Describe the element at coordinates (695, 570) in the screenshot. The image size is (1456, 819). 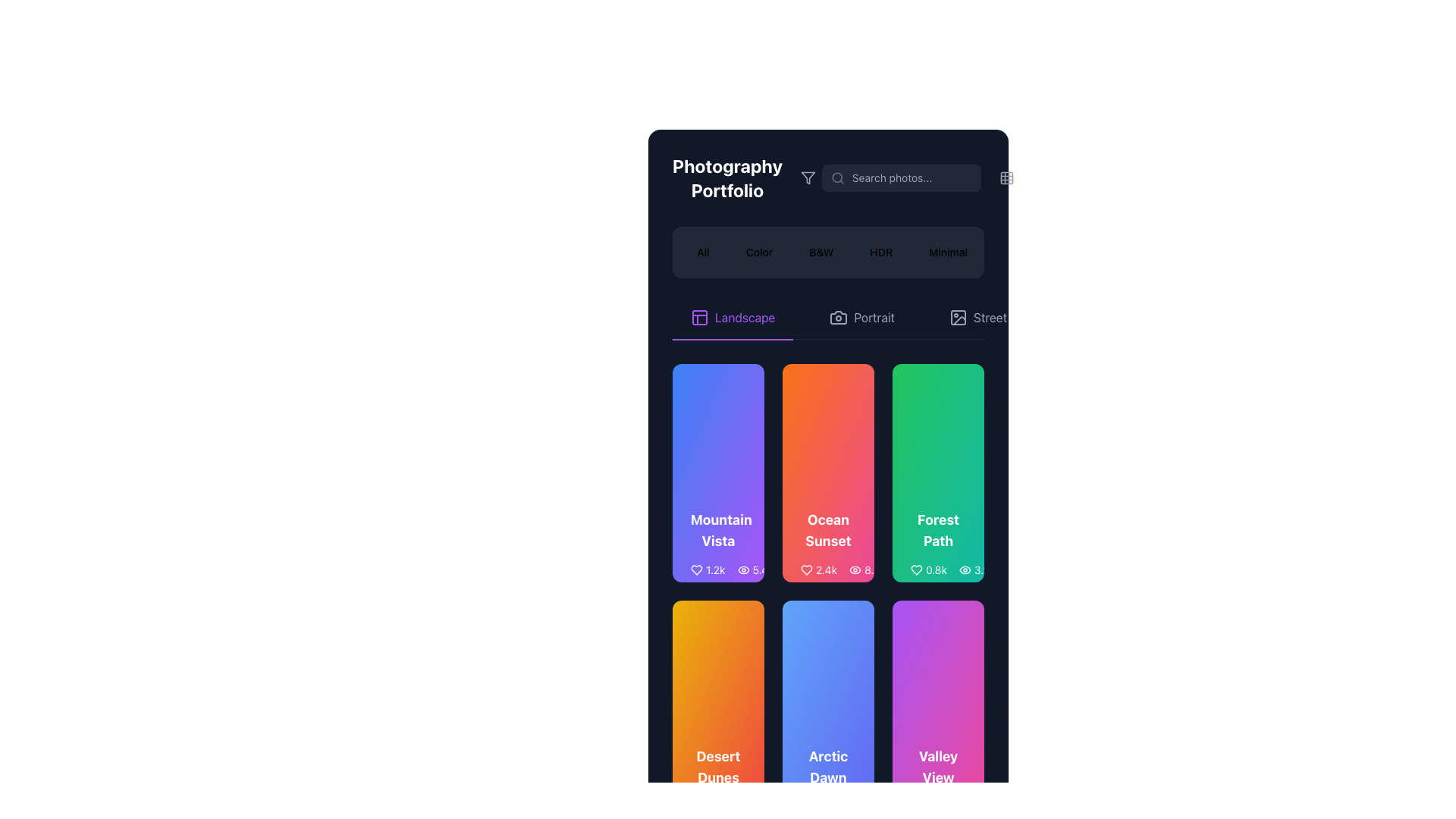
I see `the small heart-shaped icon styled with a thin line, located in the bottom-left corner of the 'Mountain Vista' card, next to the numerical text ('1.2k')` at that location.